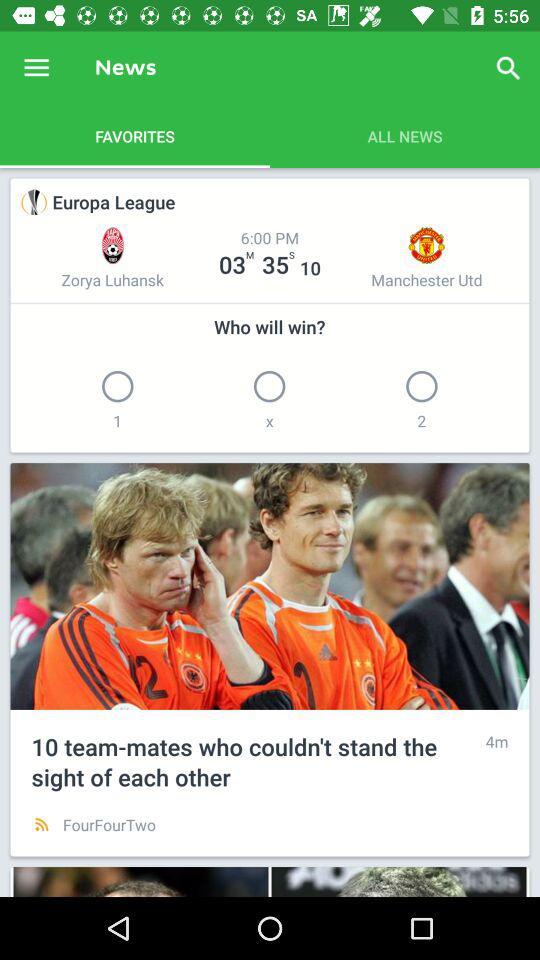 The width and height of the screenshot is (540, 960). I want to click on the item next to the news, so click(508, 68).